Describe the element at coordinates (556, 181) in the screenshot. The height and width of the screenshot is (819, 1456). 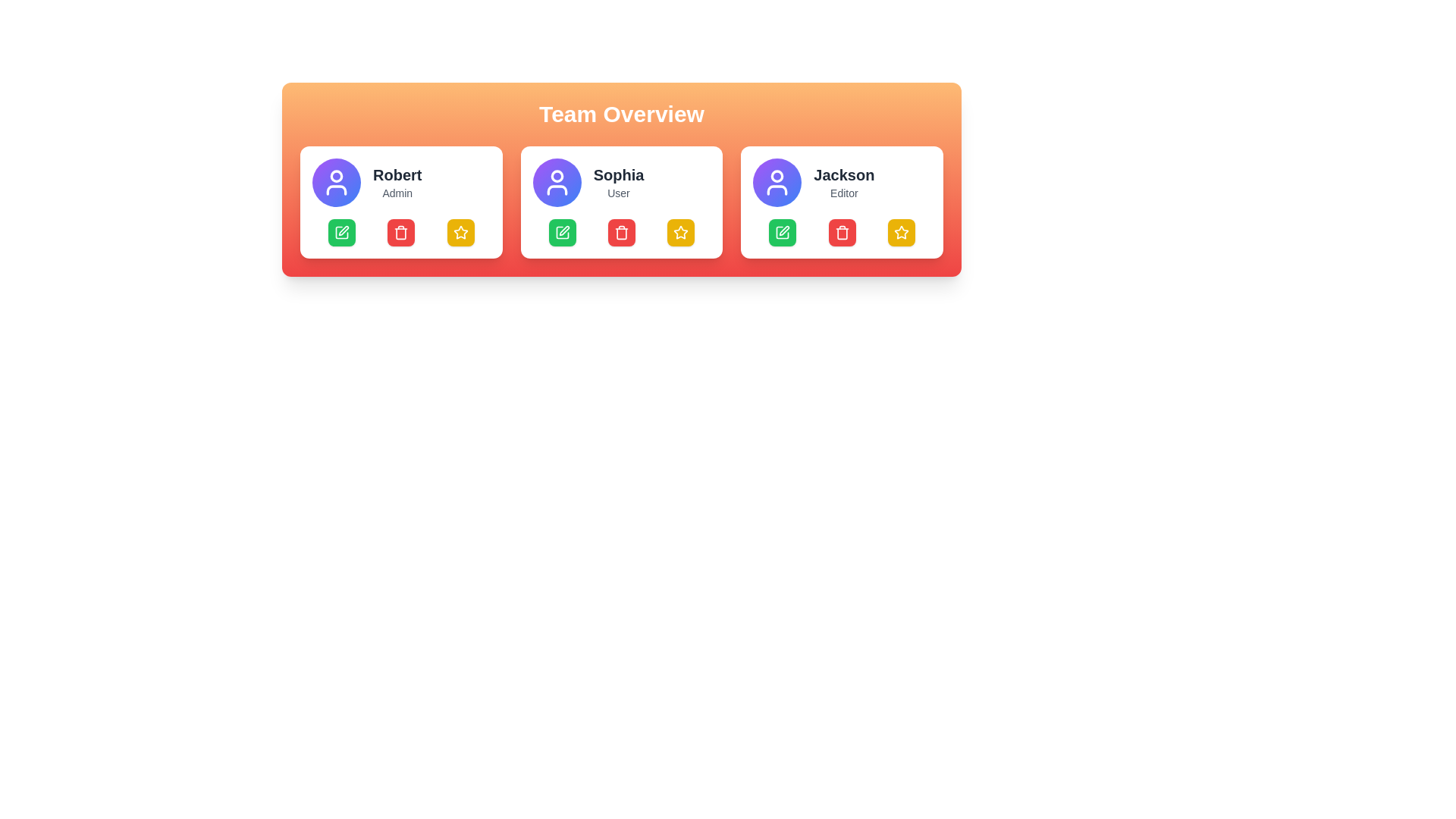
I see `the circular Avatar element with a gradient background and a white user icon, located in the center card under the 'Team Overview' header` at that location.